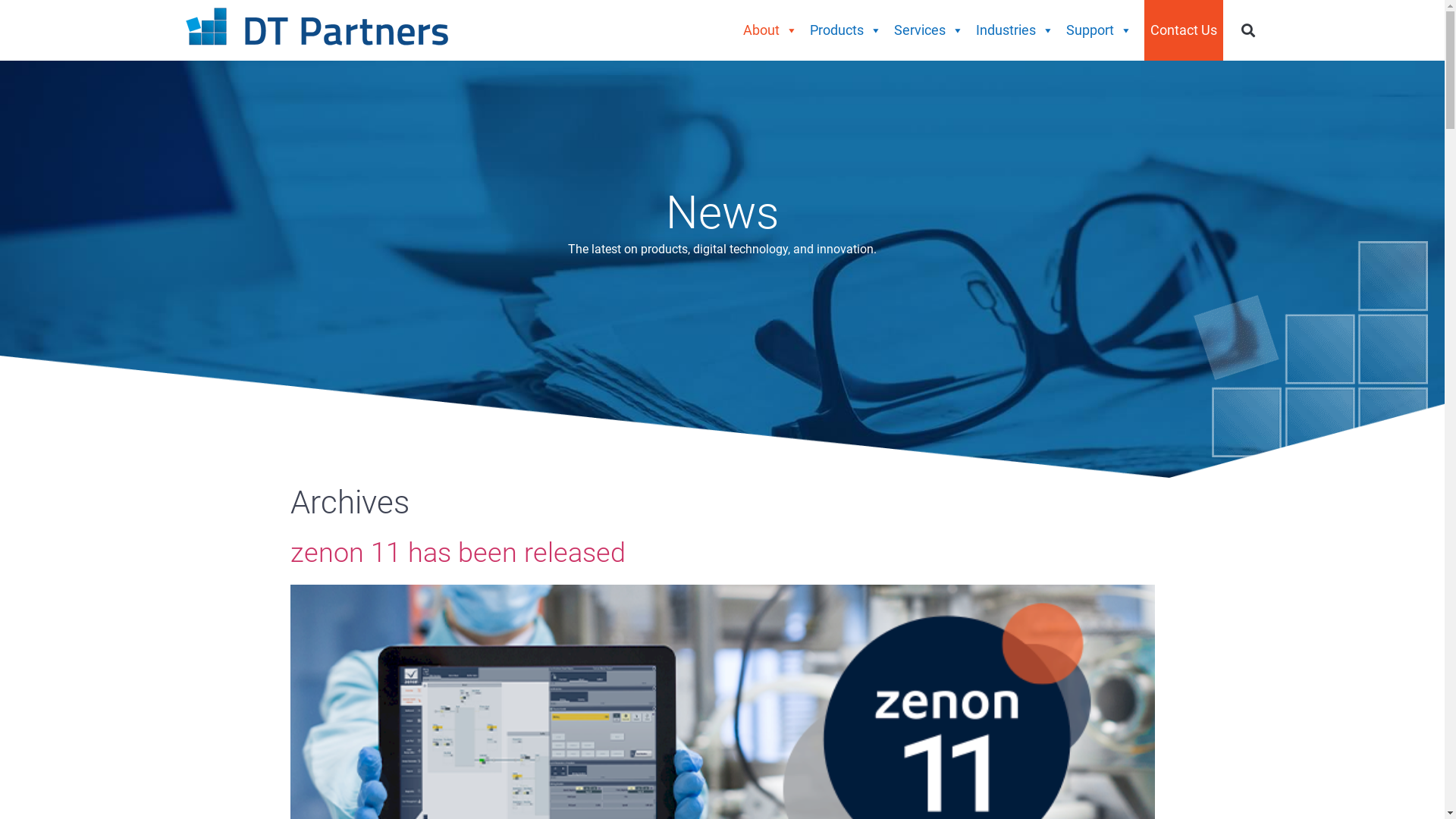 Image resolution: width=1456 pixels, height=819 pixels. Describe the element at coordinates (894, 30) in the screenshot. I see `'Services'` at that location.